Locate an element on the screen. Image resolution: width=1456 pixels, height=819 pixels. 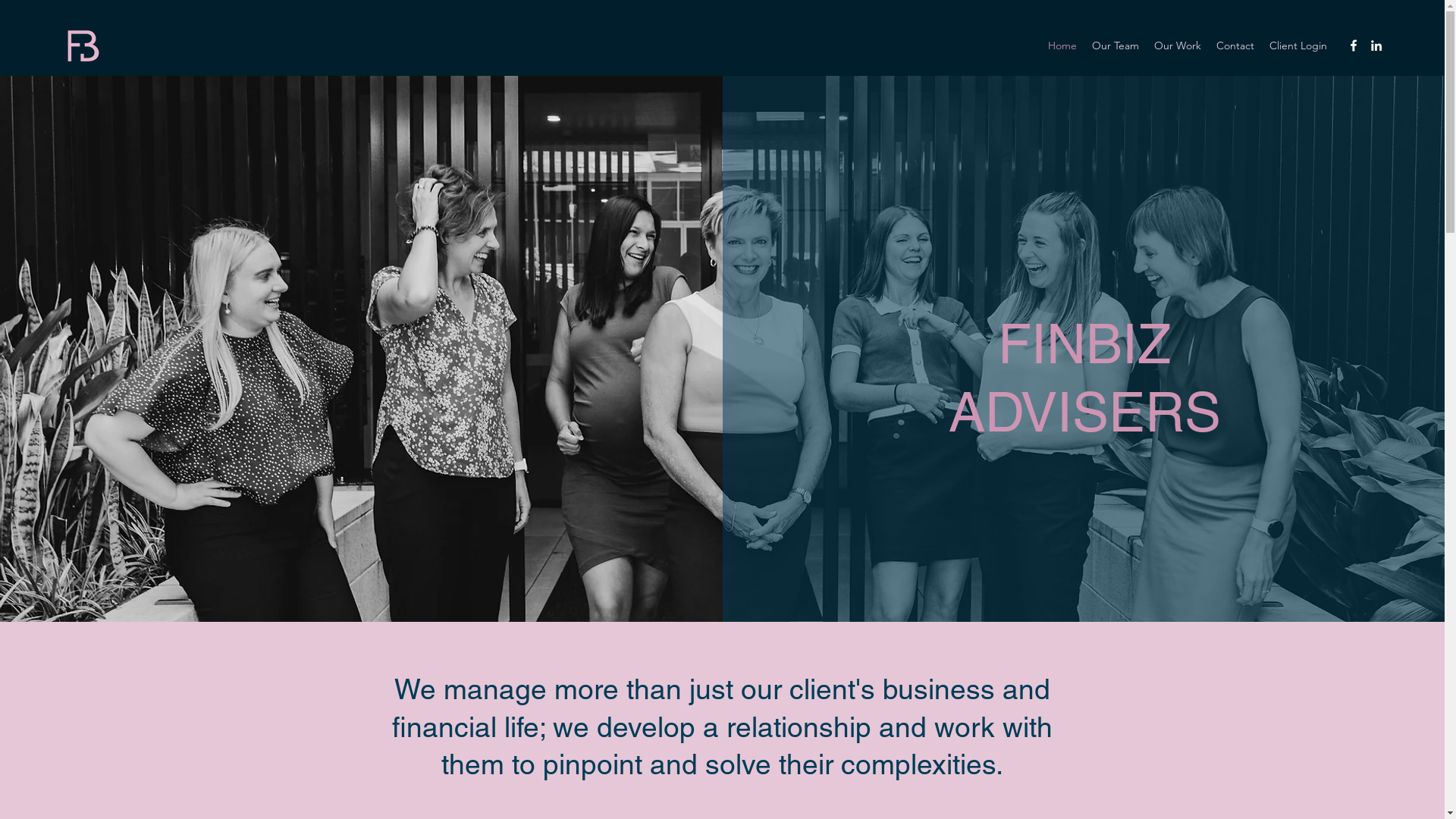
'Client Login' is located at coordinates (1262, 45).